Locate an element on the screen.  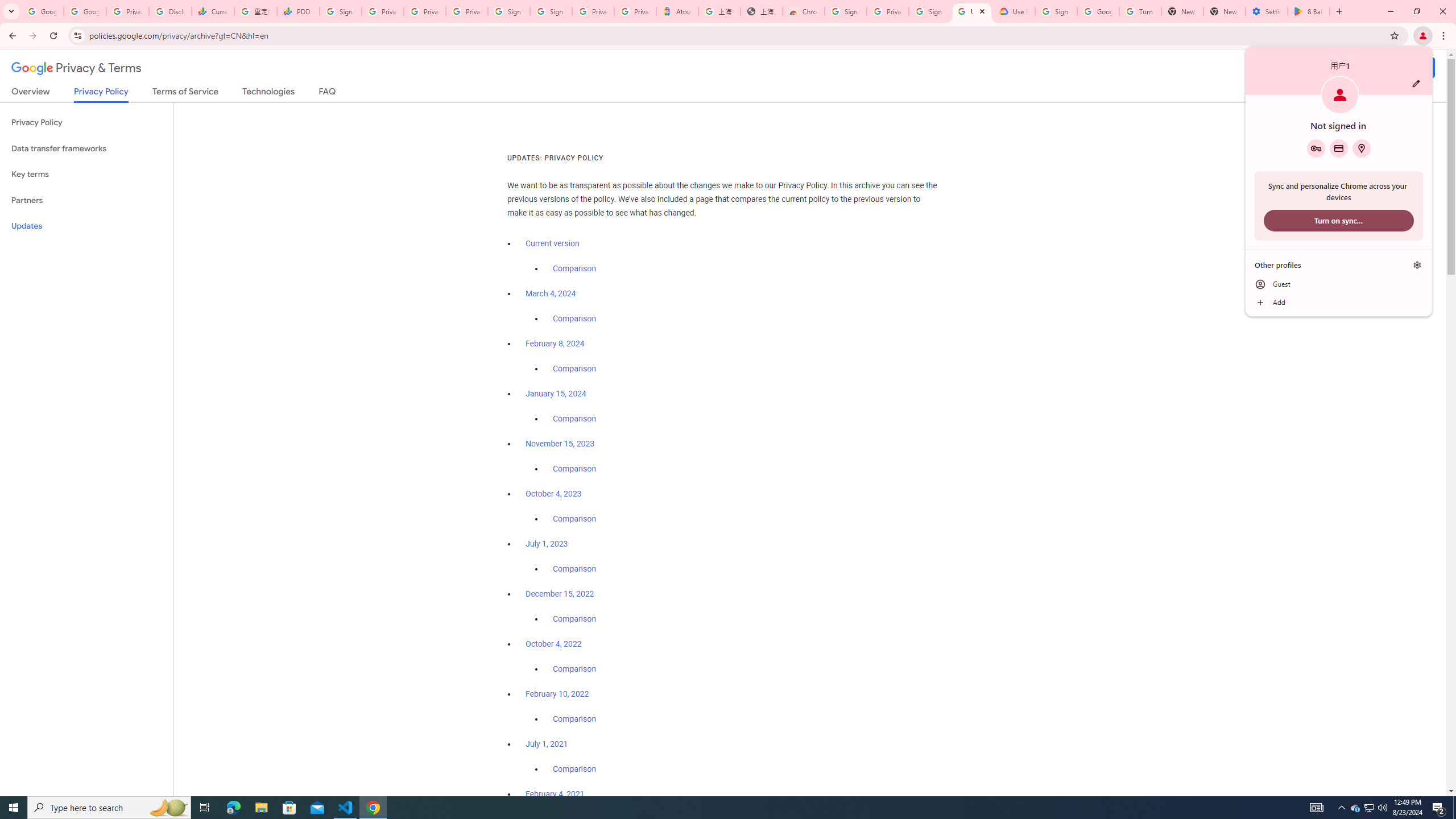
'Start' is located at coordinates (14, 806).